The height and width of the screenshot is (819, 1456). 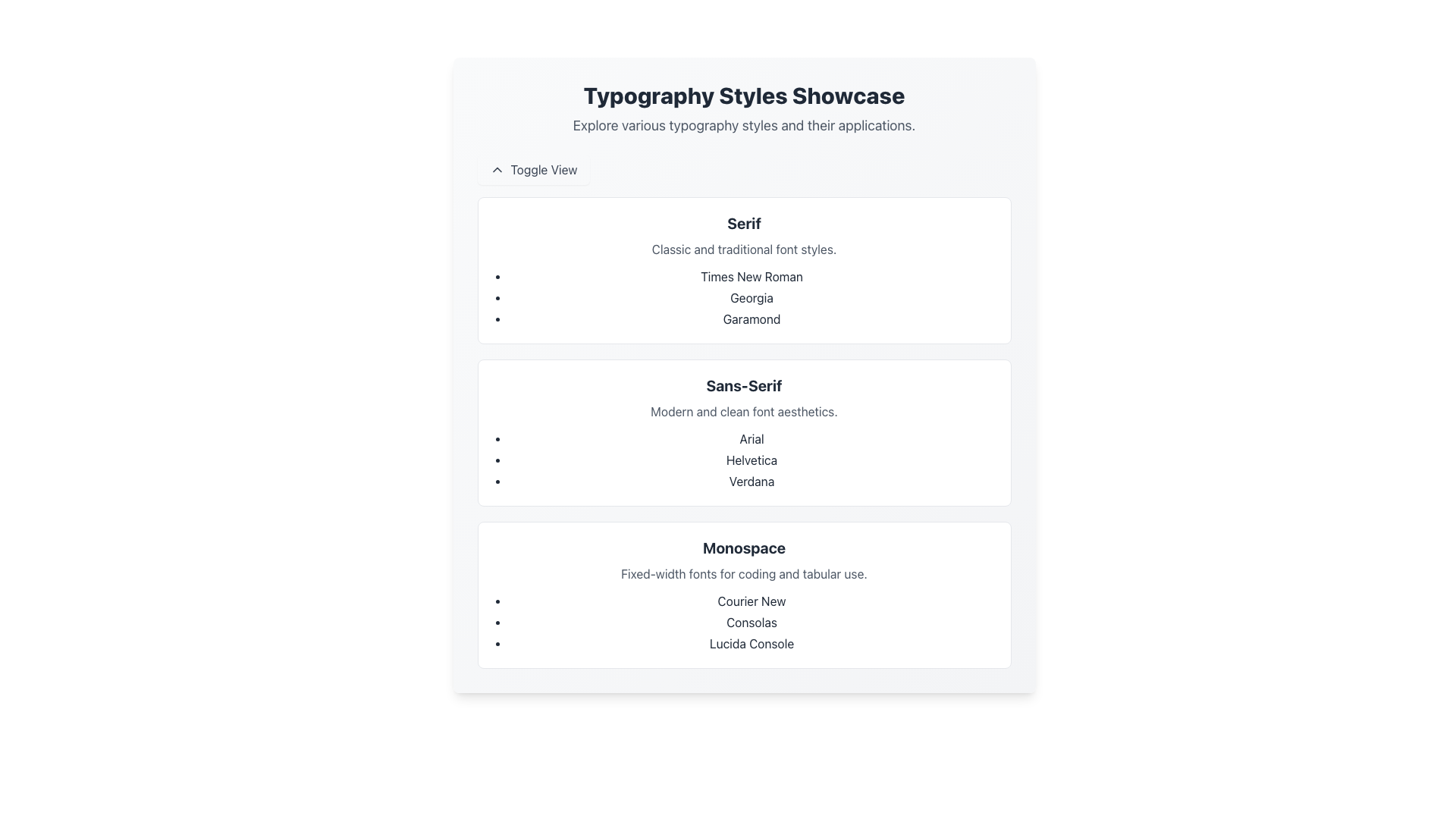 What do you see at coordinates (752, 623) in the screenshot?
I see `the Text Label displaying 'Consolas', which is the second item in the vertical list of monospace font names located within the 'Monospace' section` at bounding box center [752, 623].